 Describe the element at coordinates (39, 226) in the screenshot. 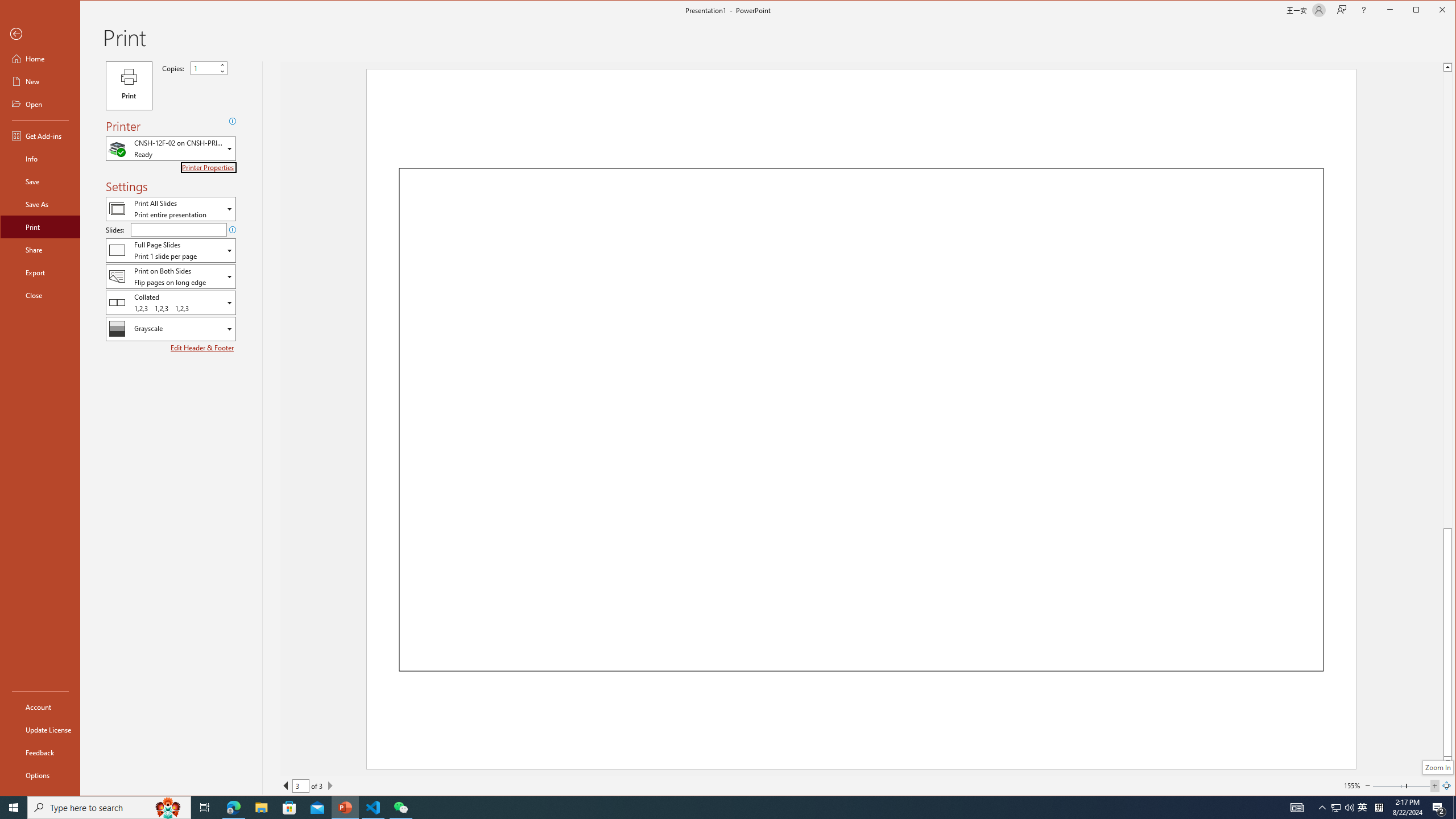

I see `'Print'` at that location.